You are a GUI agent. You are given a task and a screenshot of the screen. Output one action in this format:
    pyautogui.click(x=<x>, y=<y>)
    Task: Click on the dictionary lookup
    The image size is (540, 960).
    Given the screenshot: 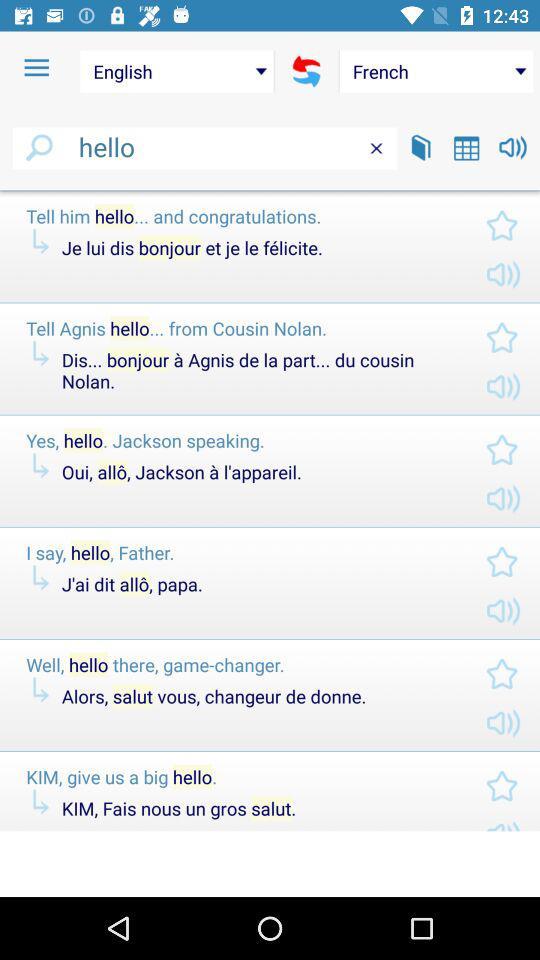 What is the action you would take?
    pyautogui.click(x=420, y=146)
    